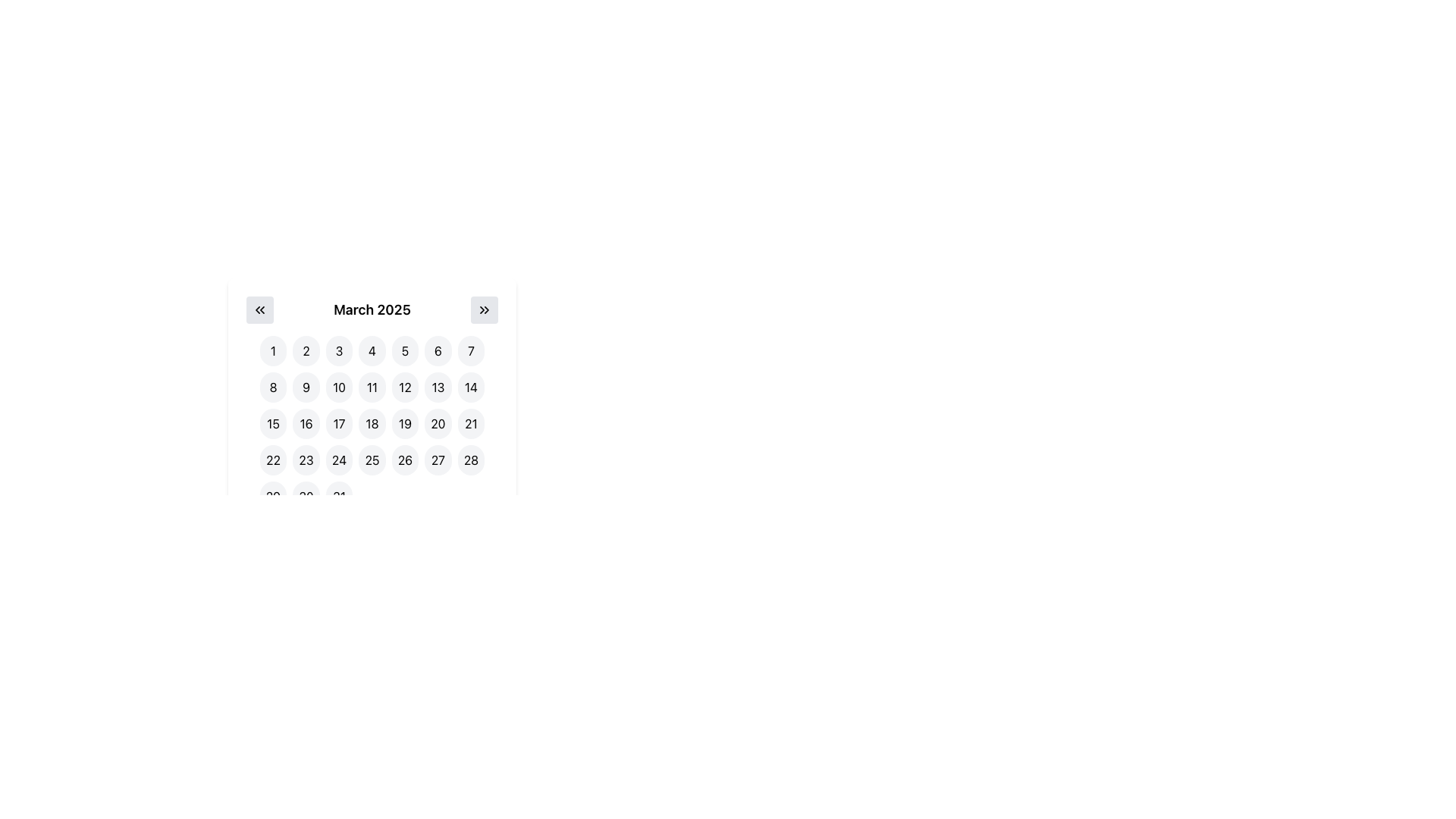 The image size is (1456, 819). What do you see at coordinates (338, 459) in the screenshot?
I see `the button representing the date '24' on the calendar` at bounding box center [338, 459].